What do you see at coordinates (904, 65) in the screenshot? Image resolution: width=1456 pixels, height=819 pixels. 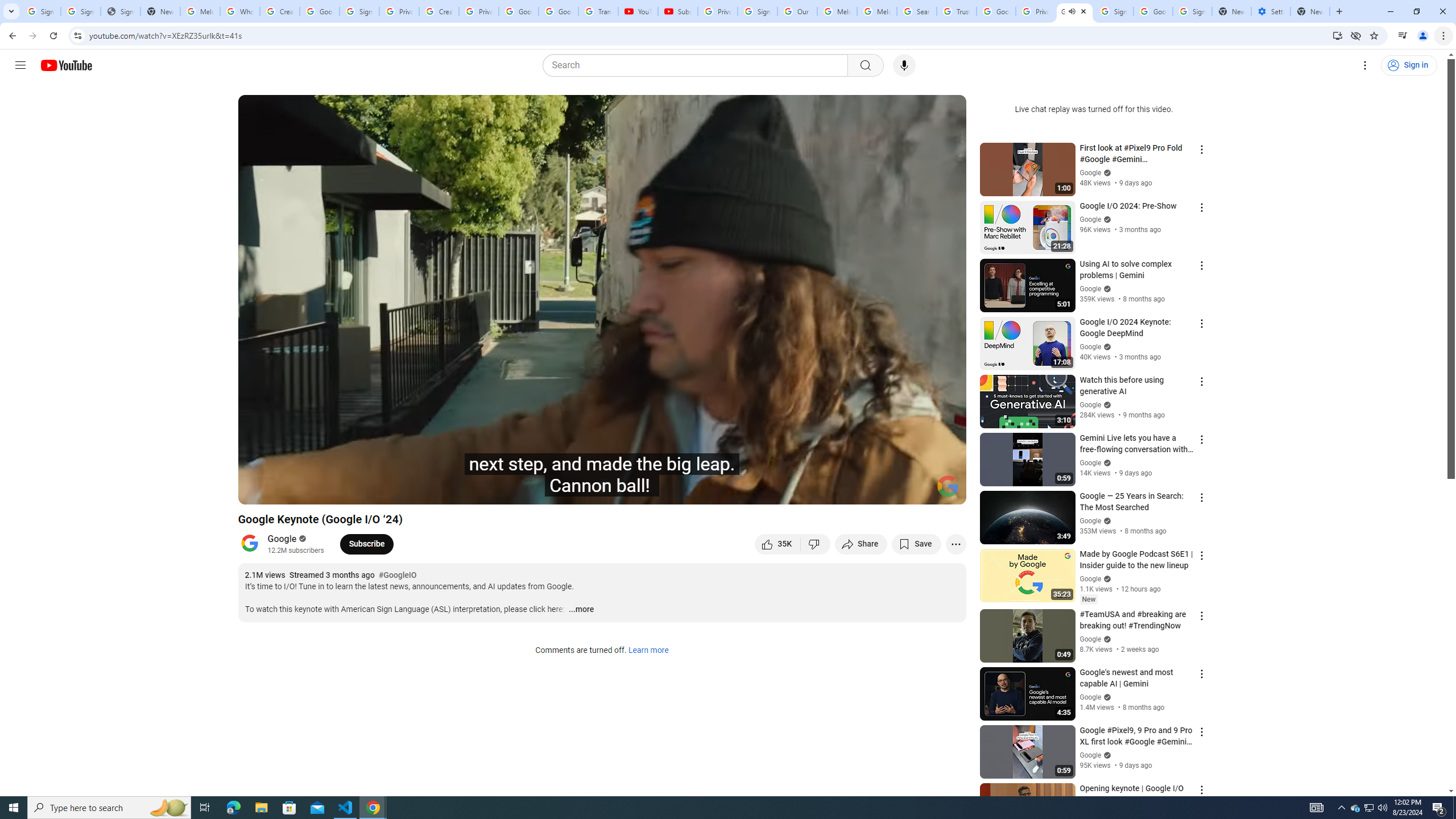 I see `'Search with your voice'` at bounding box center [904, 65].